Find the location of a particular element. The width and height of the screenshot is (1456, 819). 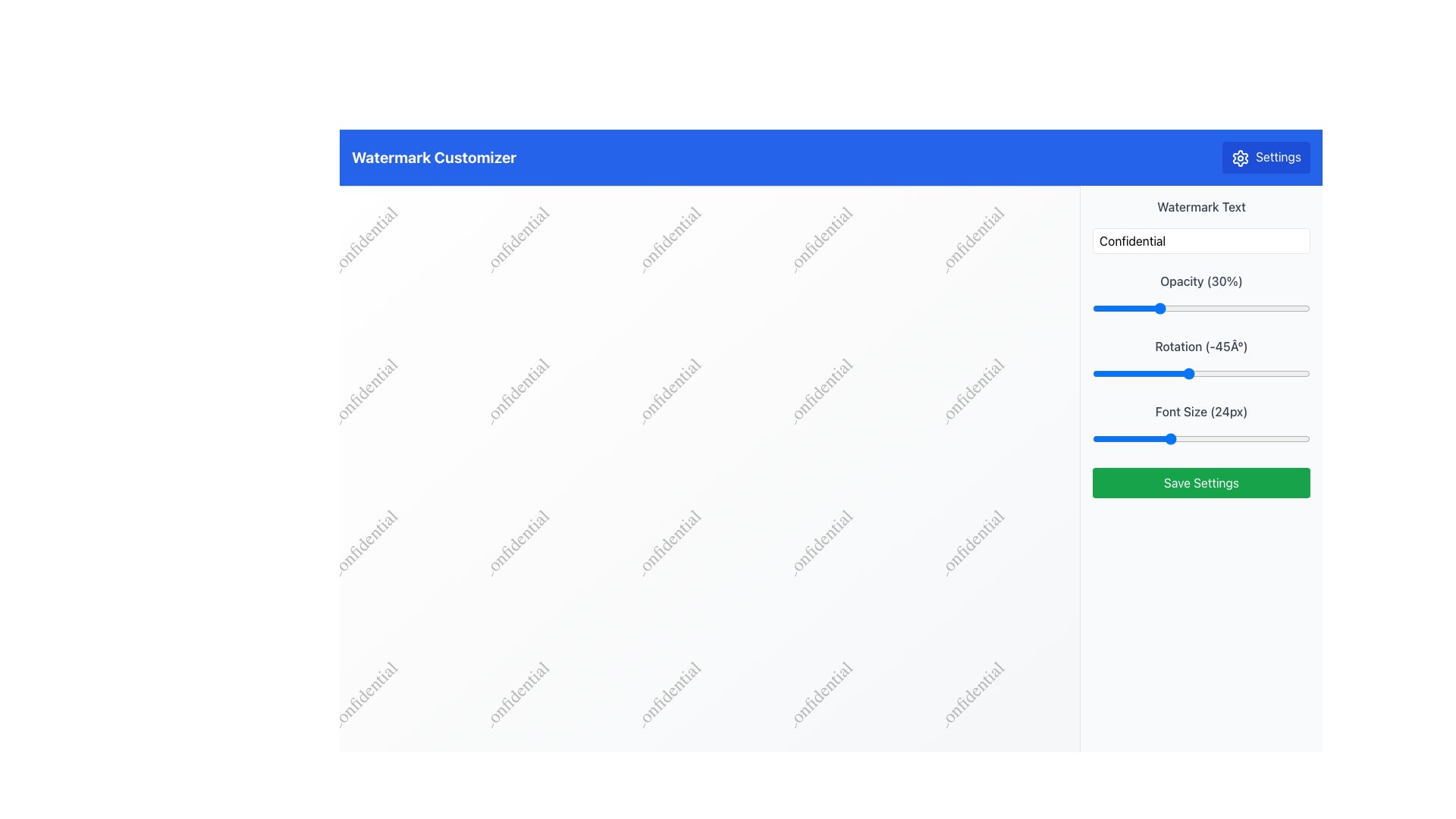

the font size is located at coordinates (1288, 438).